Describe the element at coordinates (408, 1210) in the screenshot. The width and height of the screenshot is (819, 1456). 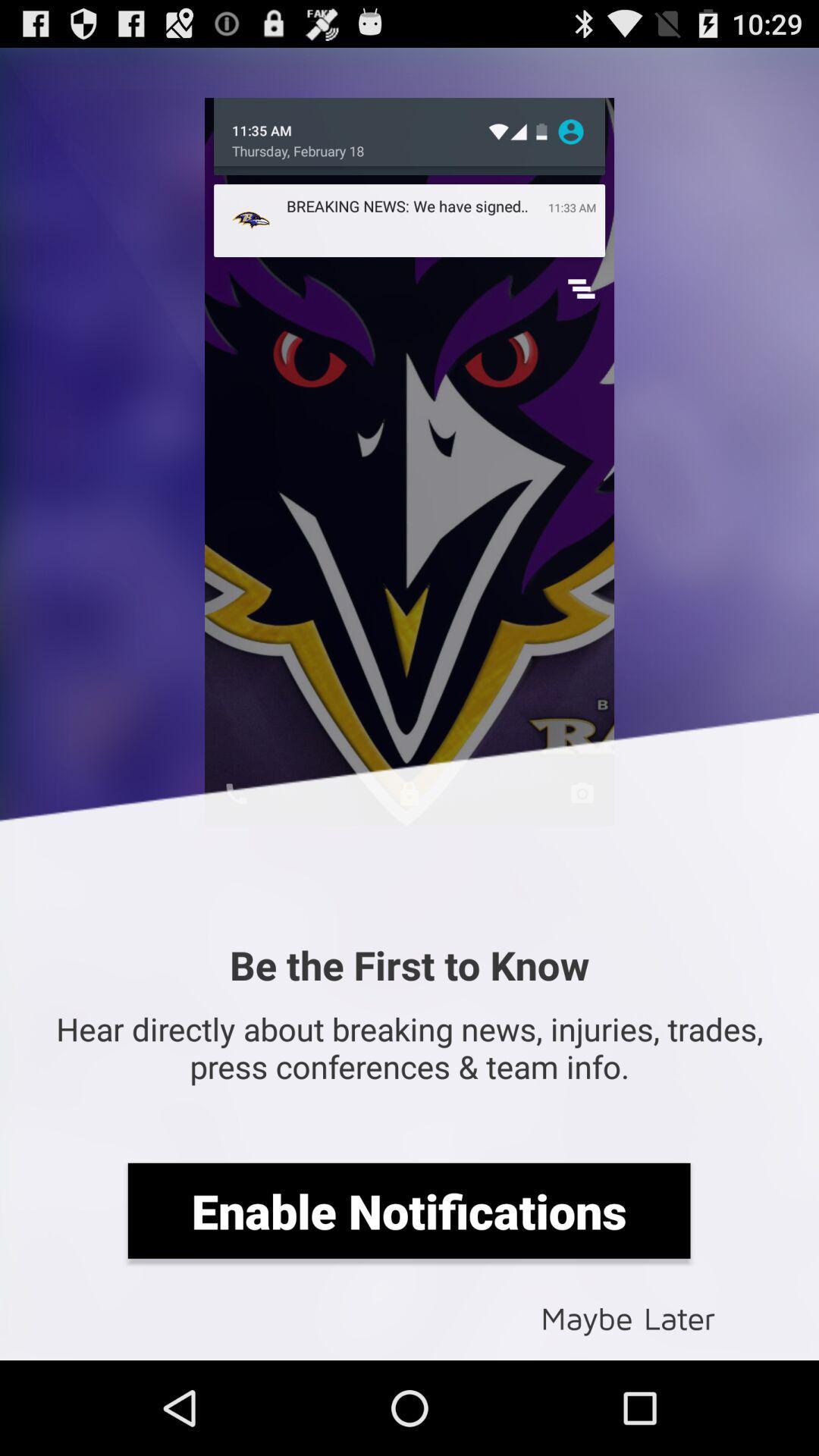
I see `the icon below hear directly about icon` at that location.